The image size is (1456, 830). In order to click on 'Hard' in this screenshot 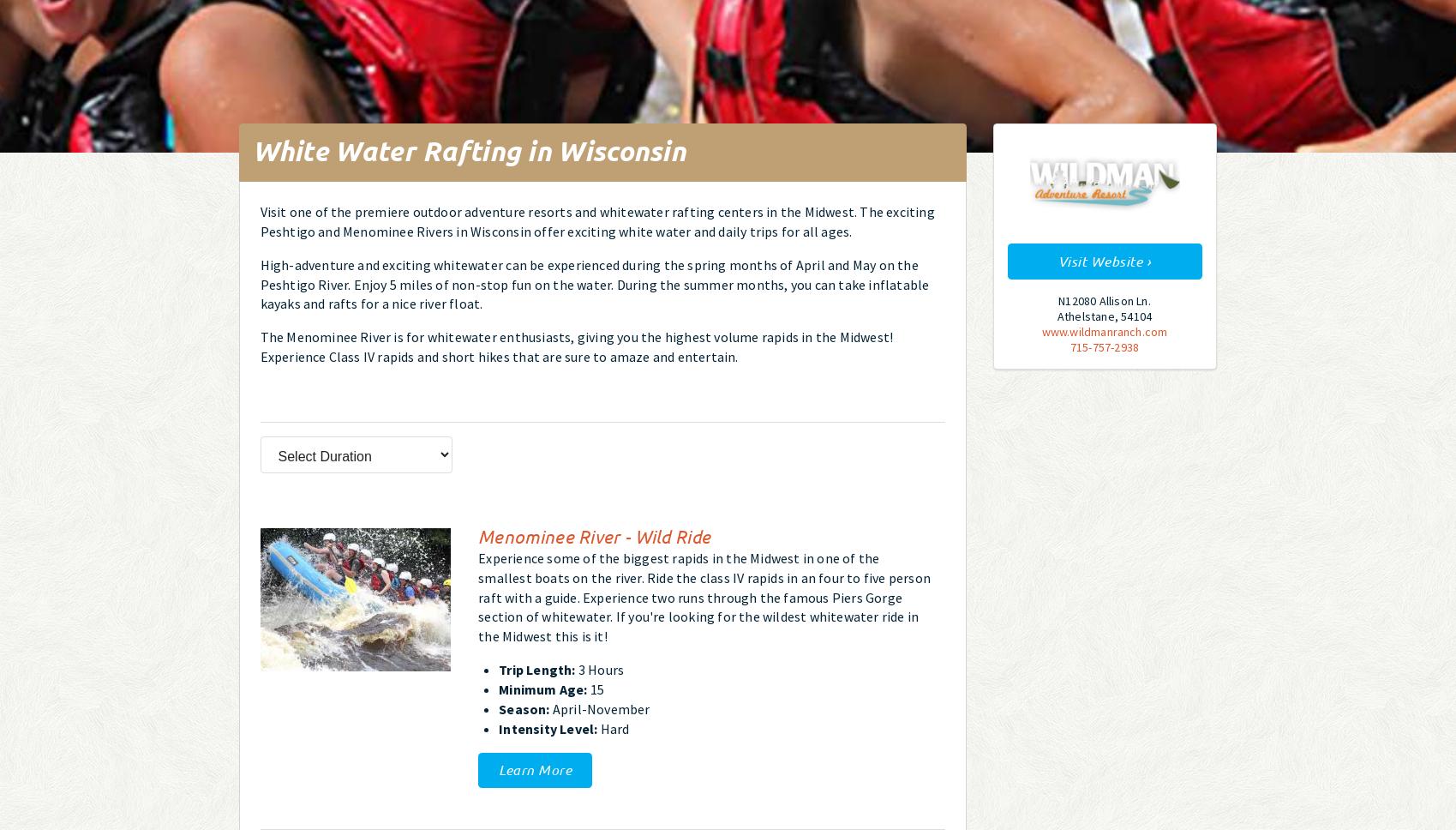, I will do `click(612, 727)`.